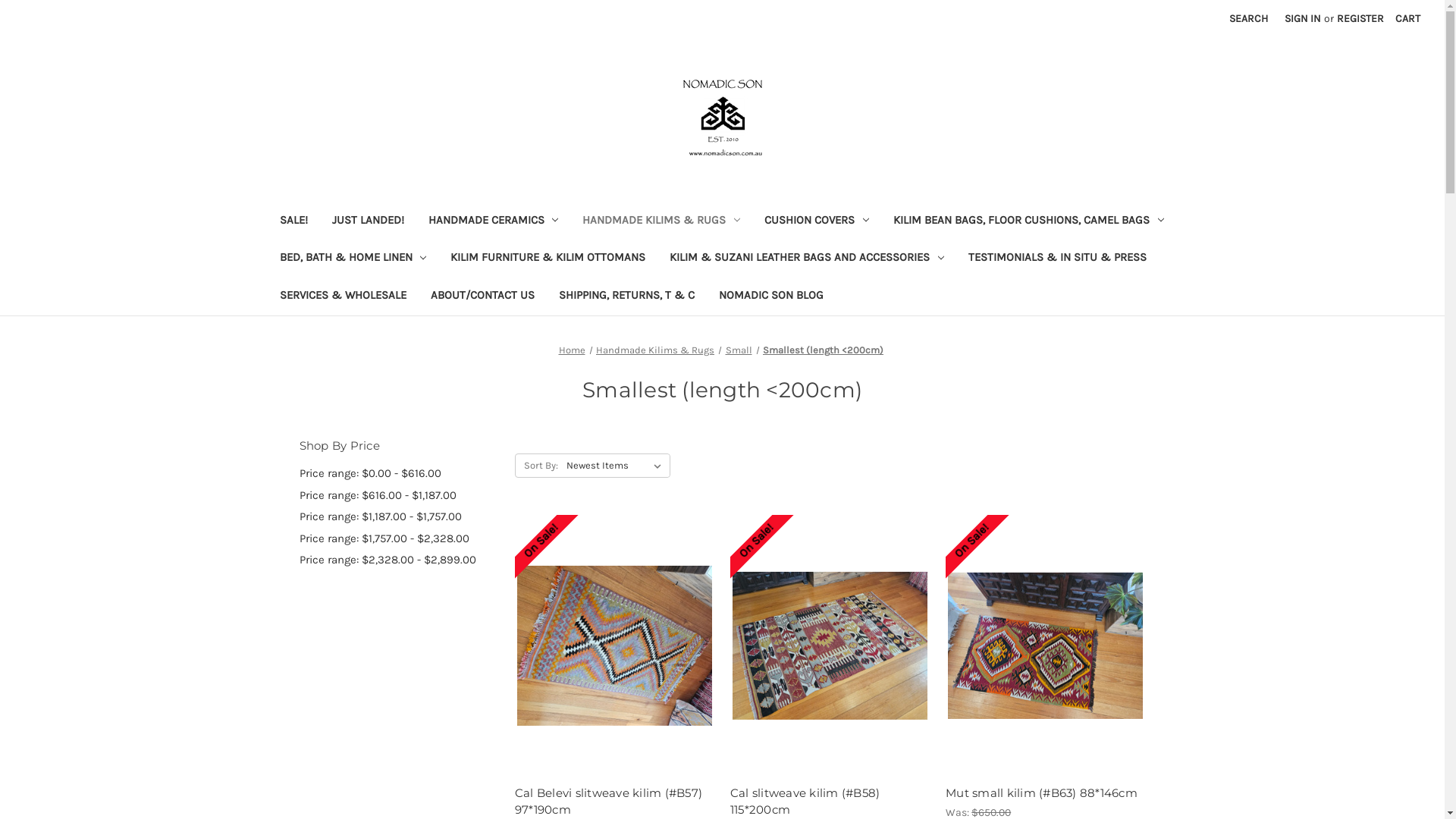  Describe the element at coordinates (1248, 18) in the screenshot. I see `'SEARCH'` at that location.